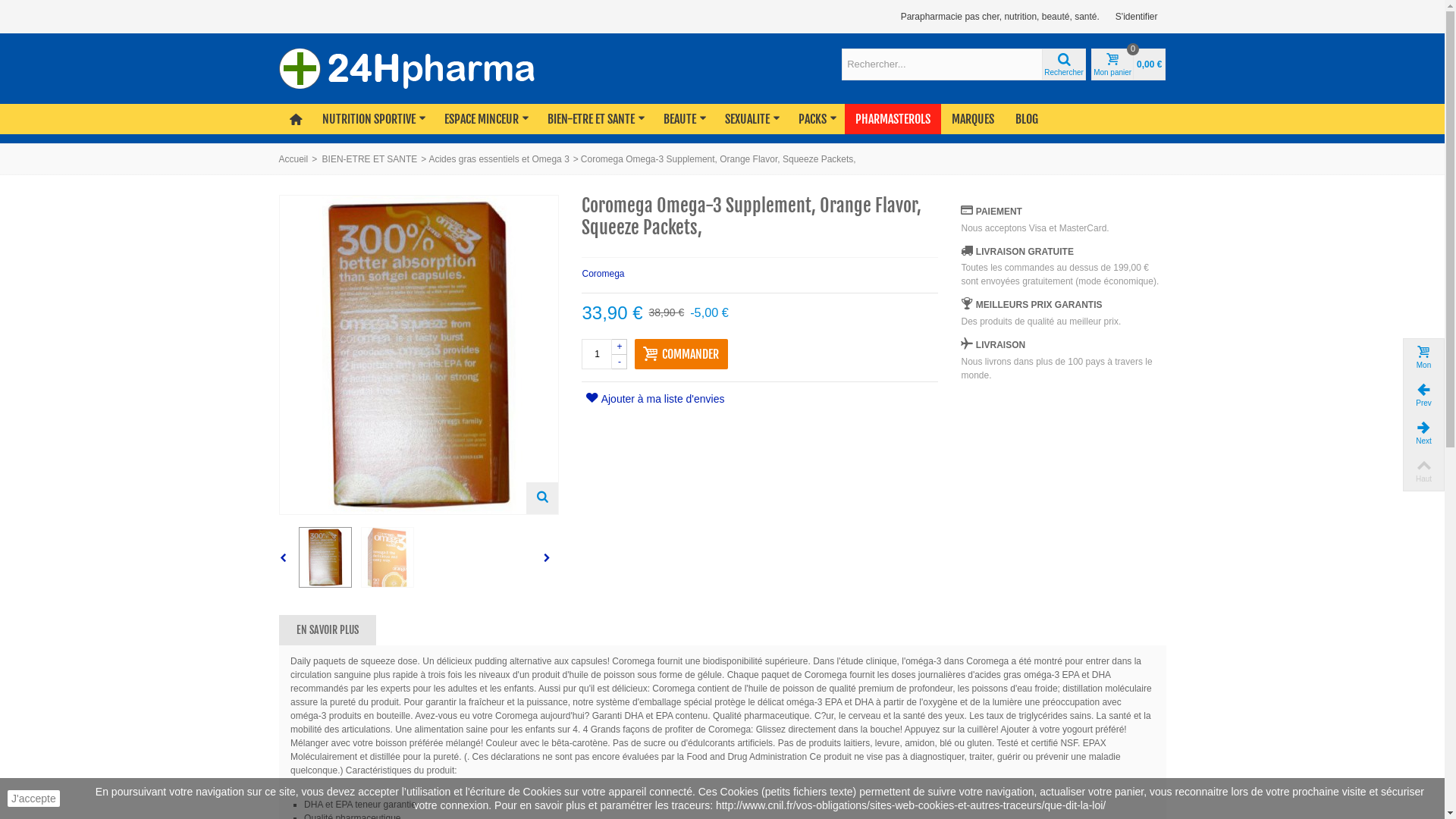 The image size is (1456, 819). What do you see at coordinates (619, 362) in the screenshot?
I see `'-'` at bounding box center [619, 362].